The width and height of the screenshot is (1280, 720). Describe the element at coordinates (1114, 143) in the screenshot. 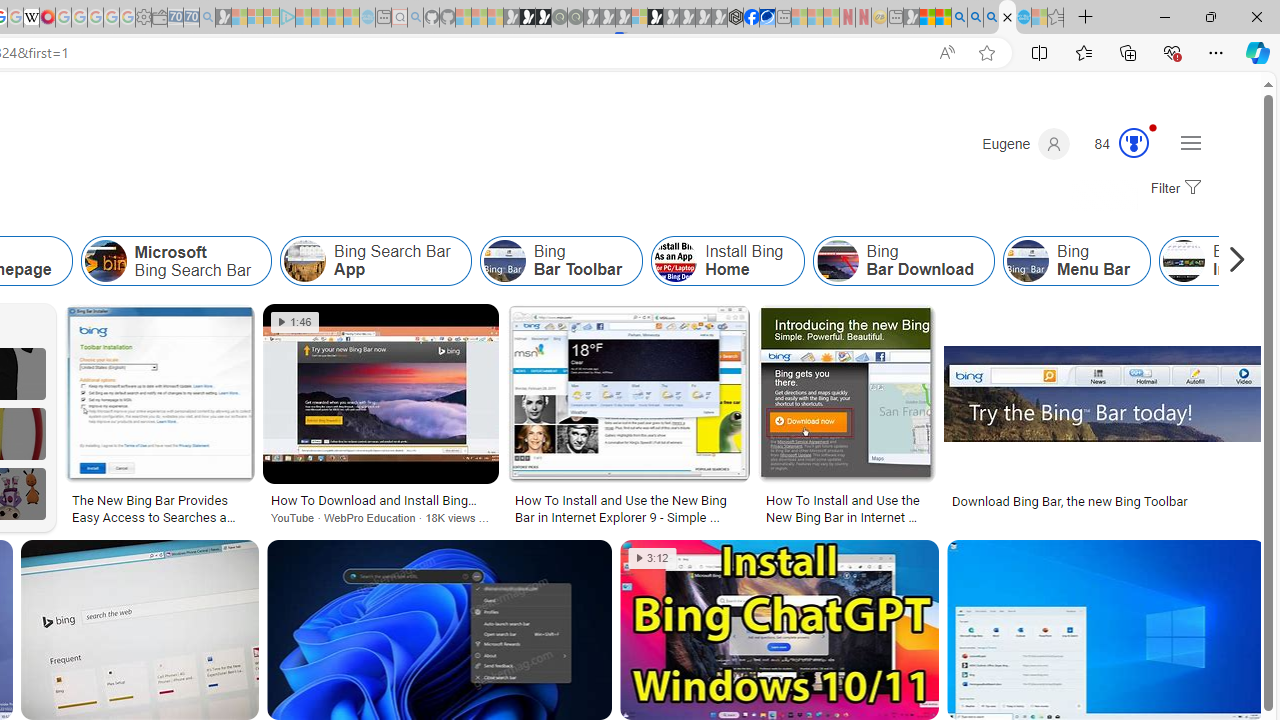

I see `'Microsoft Rewards 84'` at that location.